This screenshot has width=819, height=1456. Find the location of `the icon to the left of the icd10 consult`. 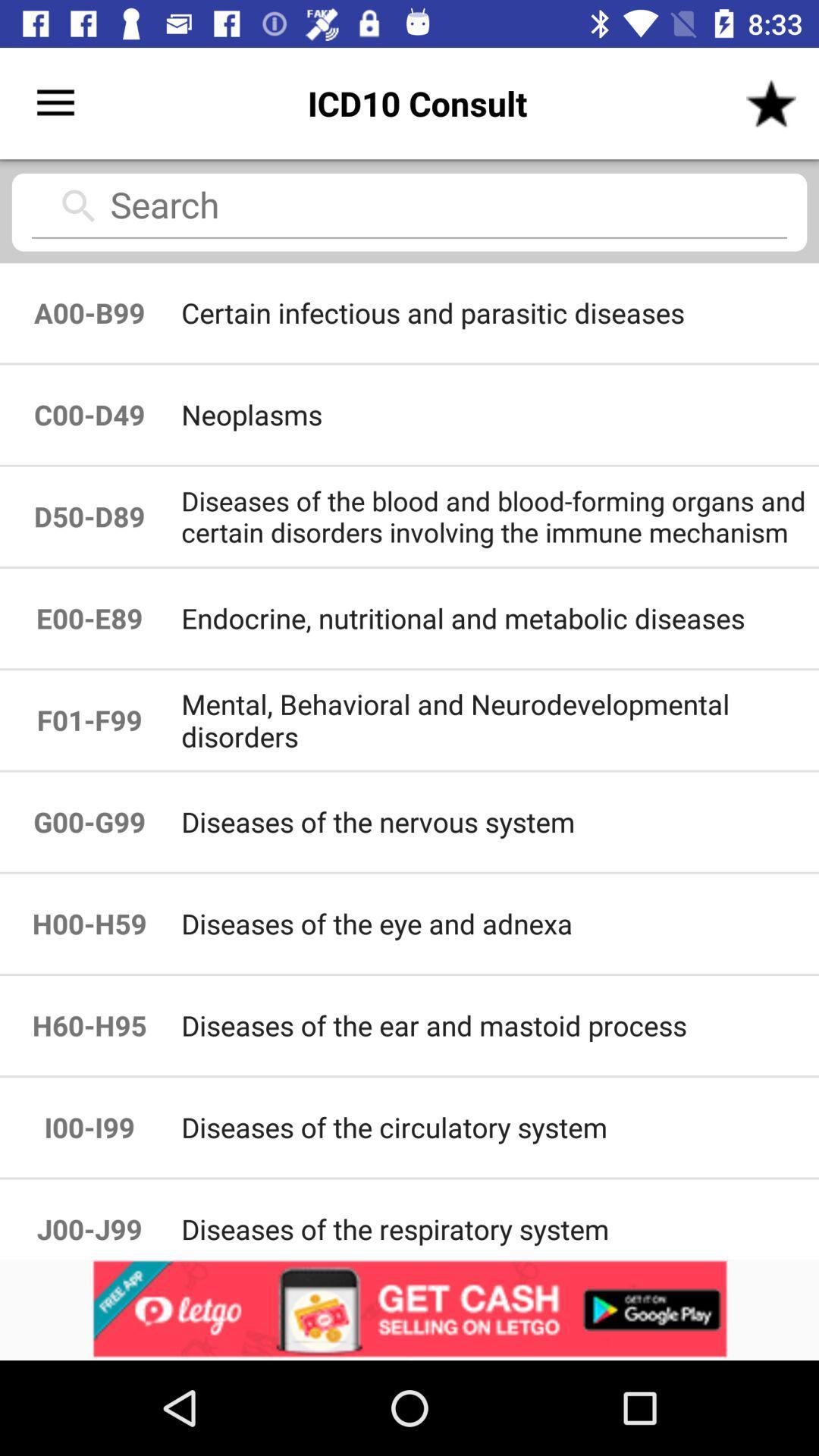

the icon to the left of the icd10 consult is located at coordinates (55, 102).